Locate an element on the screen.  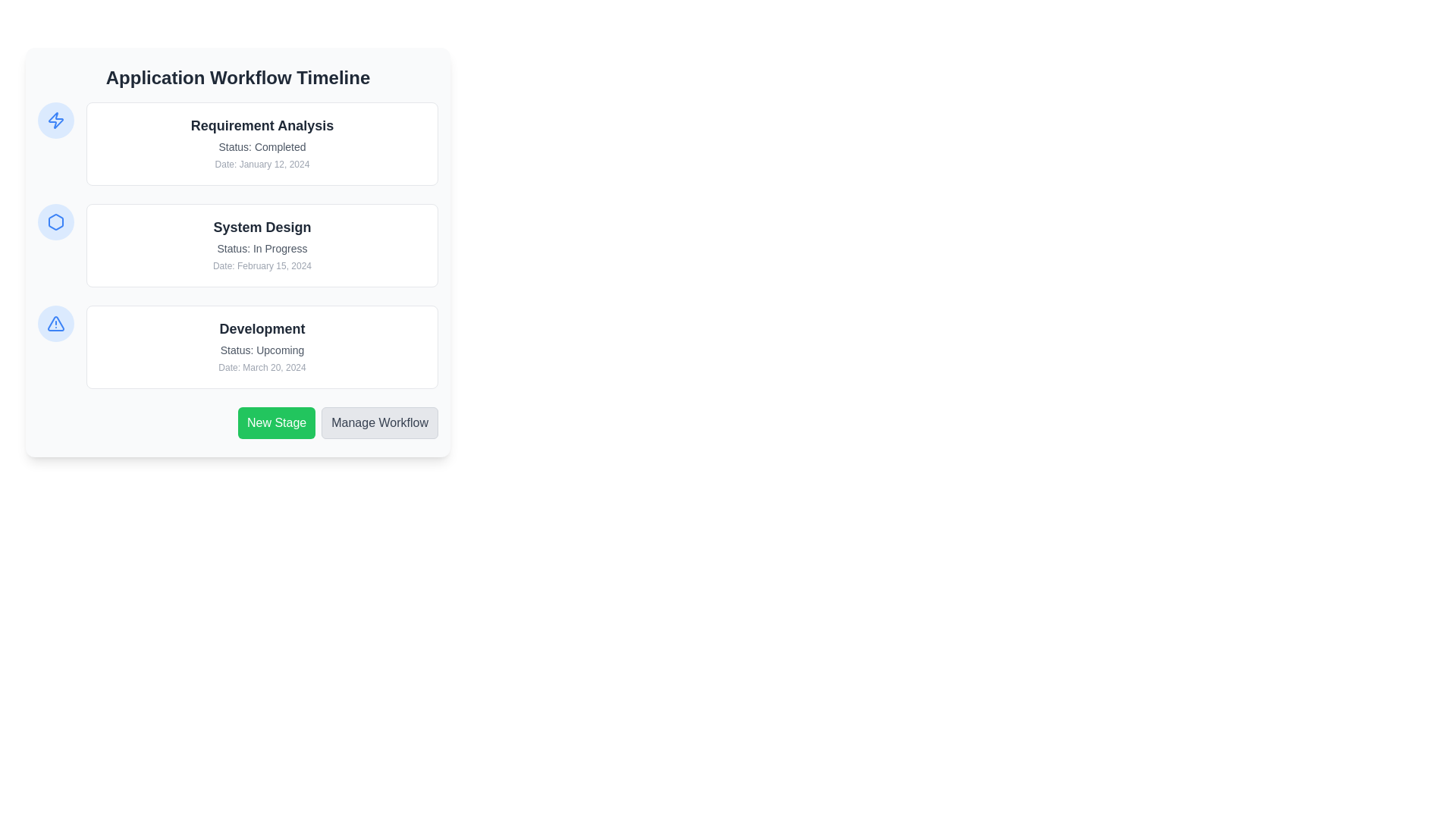
the hexagonal icon with a blue border representing the 'System Design' stage in the Application Workflow Timeline is located at coordinates (55, 222).